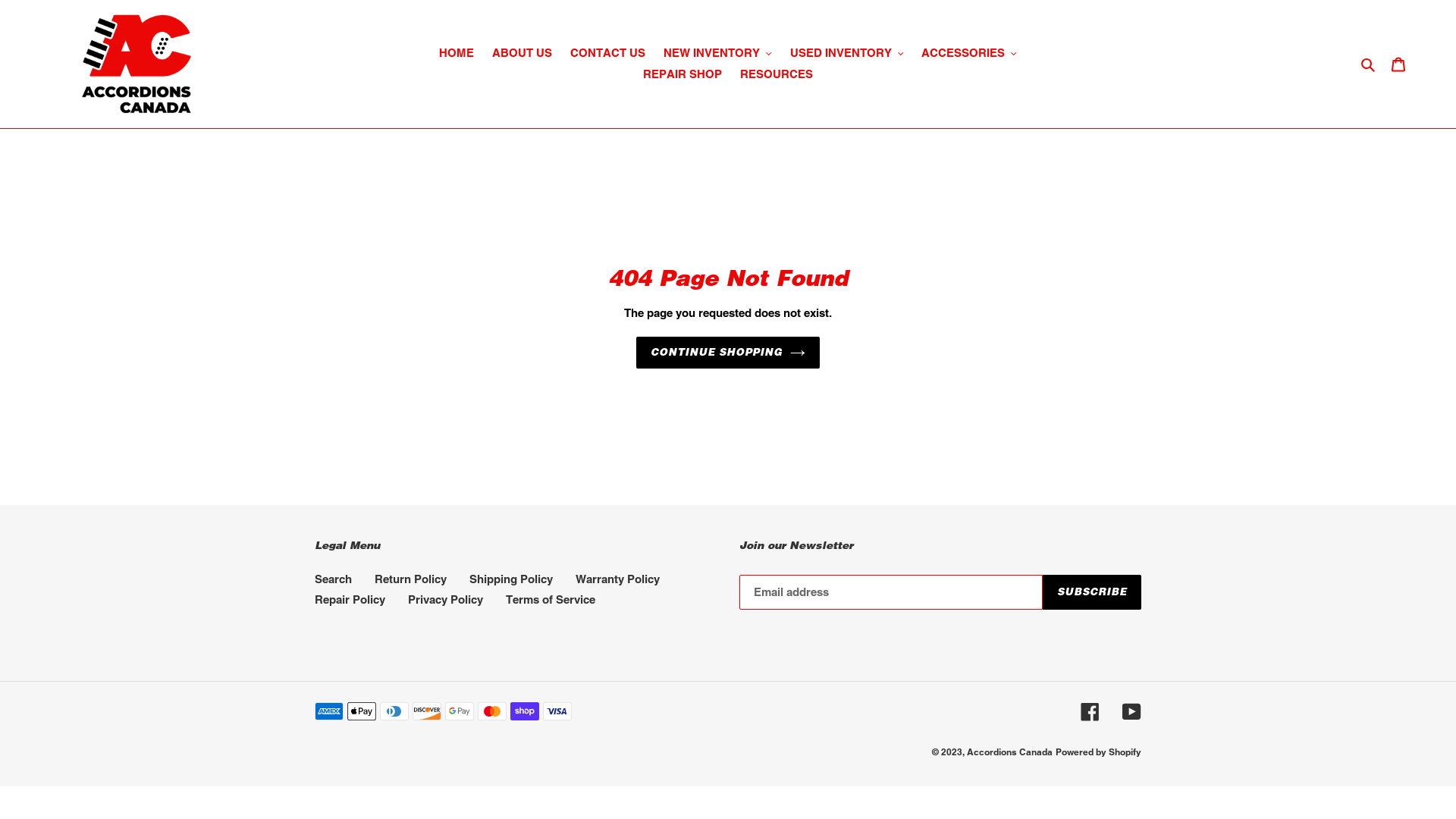 Image resolution: width=1456 pixels, height=819 pixels. I want to click on 'NEW INVENTORY', so click(717, 52).